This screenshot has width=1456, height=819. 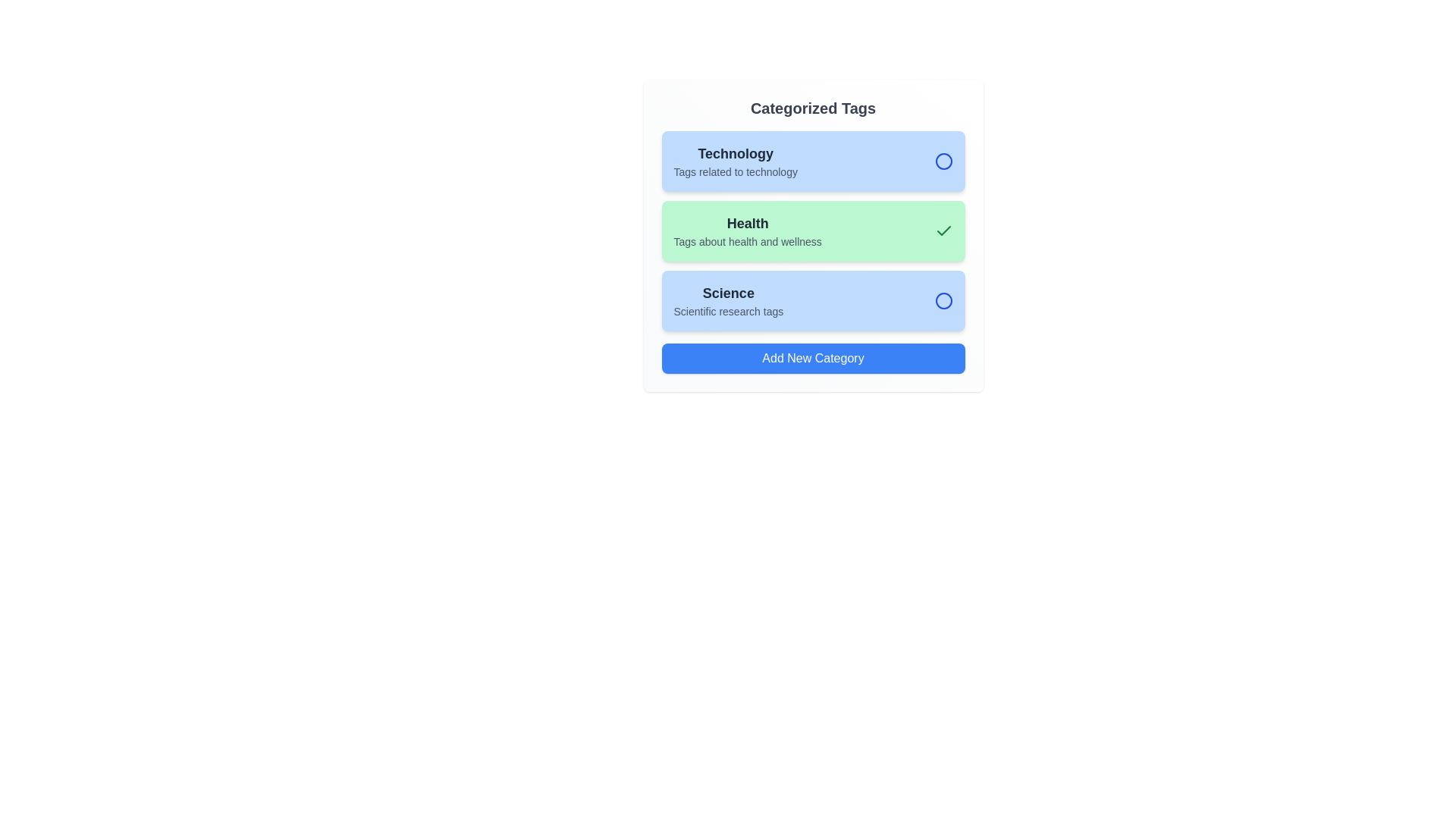 What do you see at coordinates (812, 161) in the screenshot?
I see `the category Technology to toggle its selected state` at bounding box center [812, 161].